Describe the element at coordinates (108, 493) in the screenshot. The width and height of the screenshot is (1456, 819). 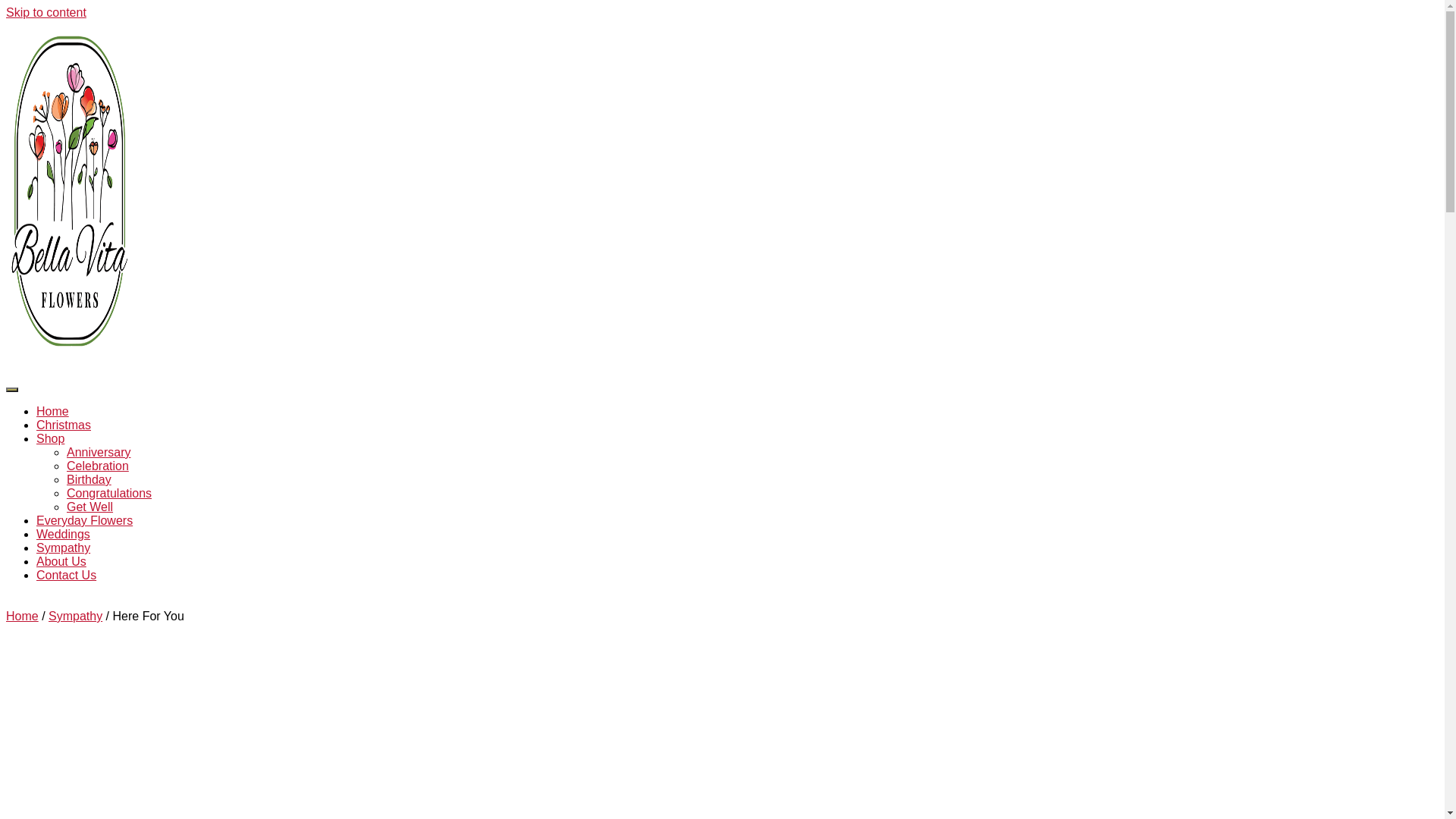
I see `'Congratulations'` at that location.